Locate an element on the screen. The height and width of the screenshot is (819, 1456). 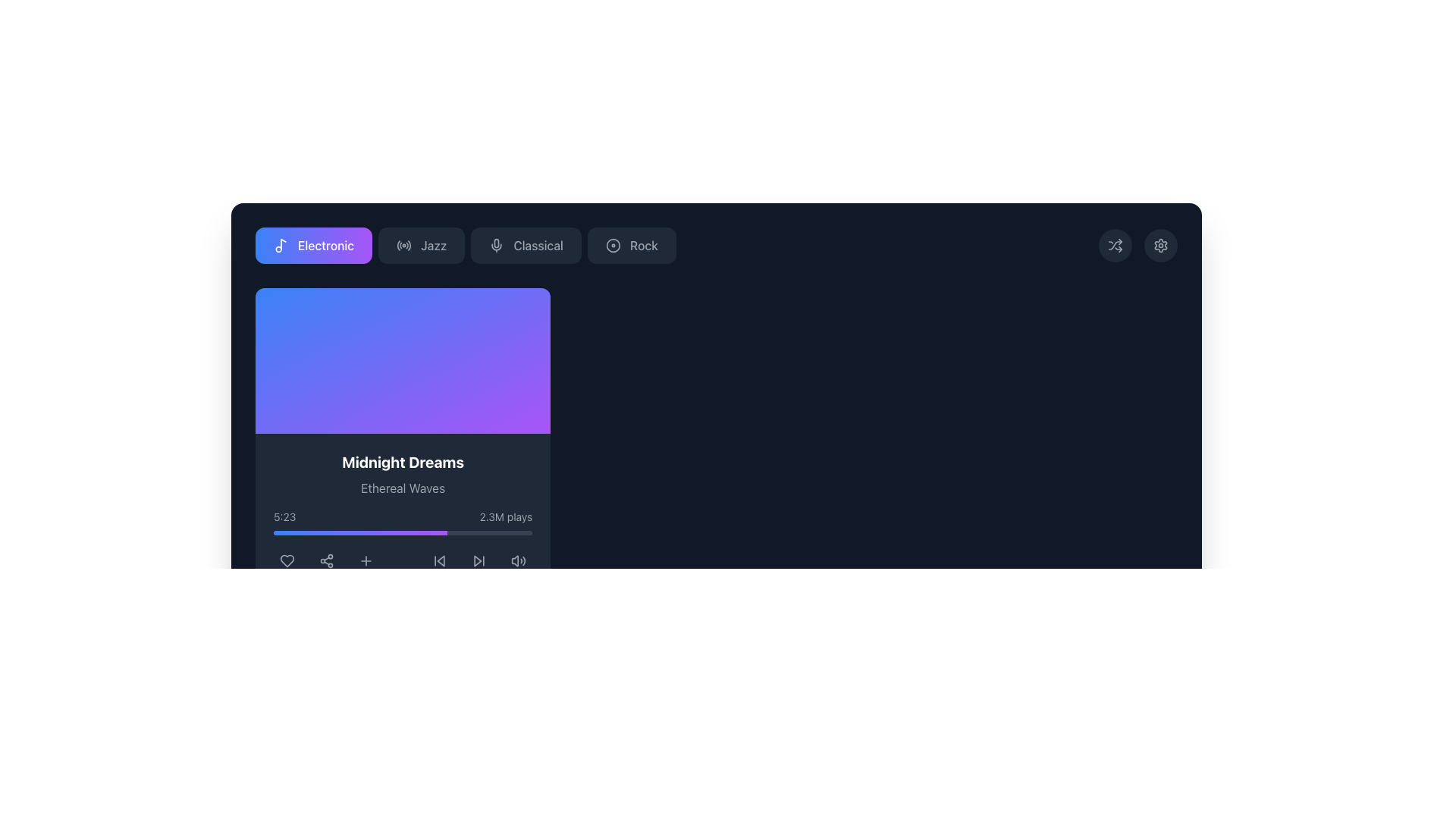
the button containing the musical note icon, which is located within the 'Electronic' button that has a gradient background transitioning from blue to purple is located at coordinates (284, 243).